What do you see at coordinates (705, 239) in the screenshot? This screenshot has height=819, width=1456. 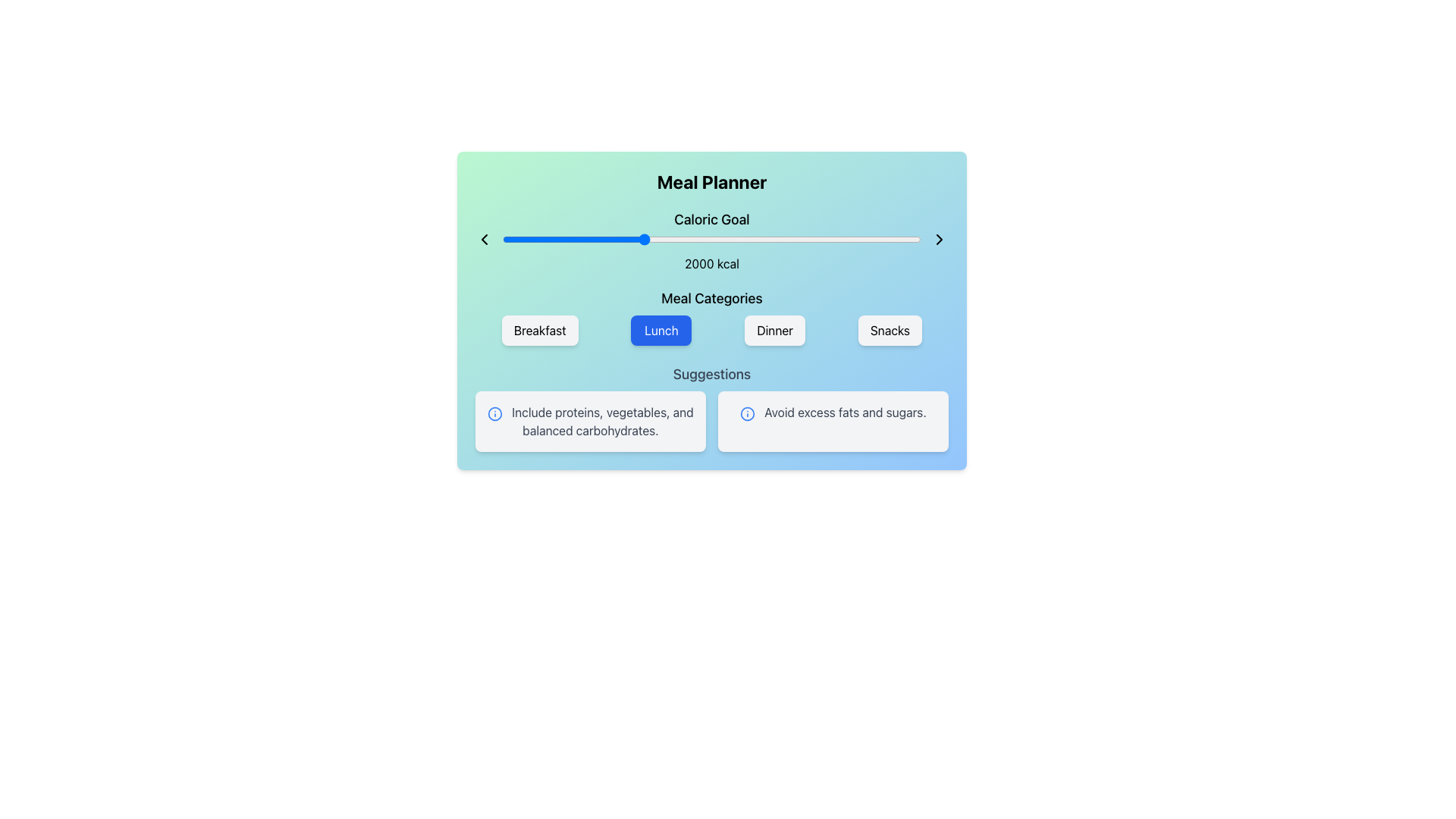 I see `the caloric goal` at bounding box center [705, 239].